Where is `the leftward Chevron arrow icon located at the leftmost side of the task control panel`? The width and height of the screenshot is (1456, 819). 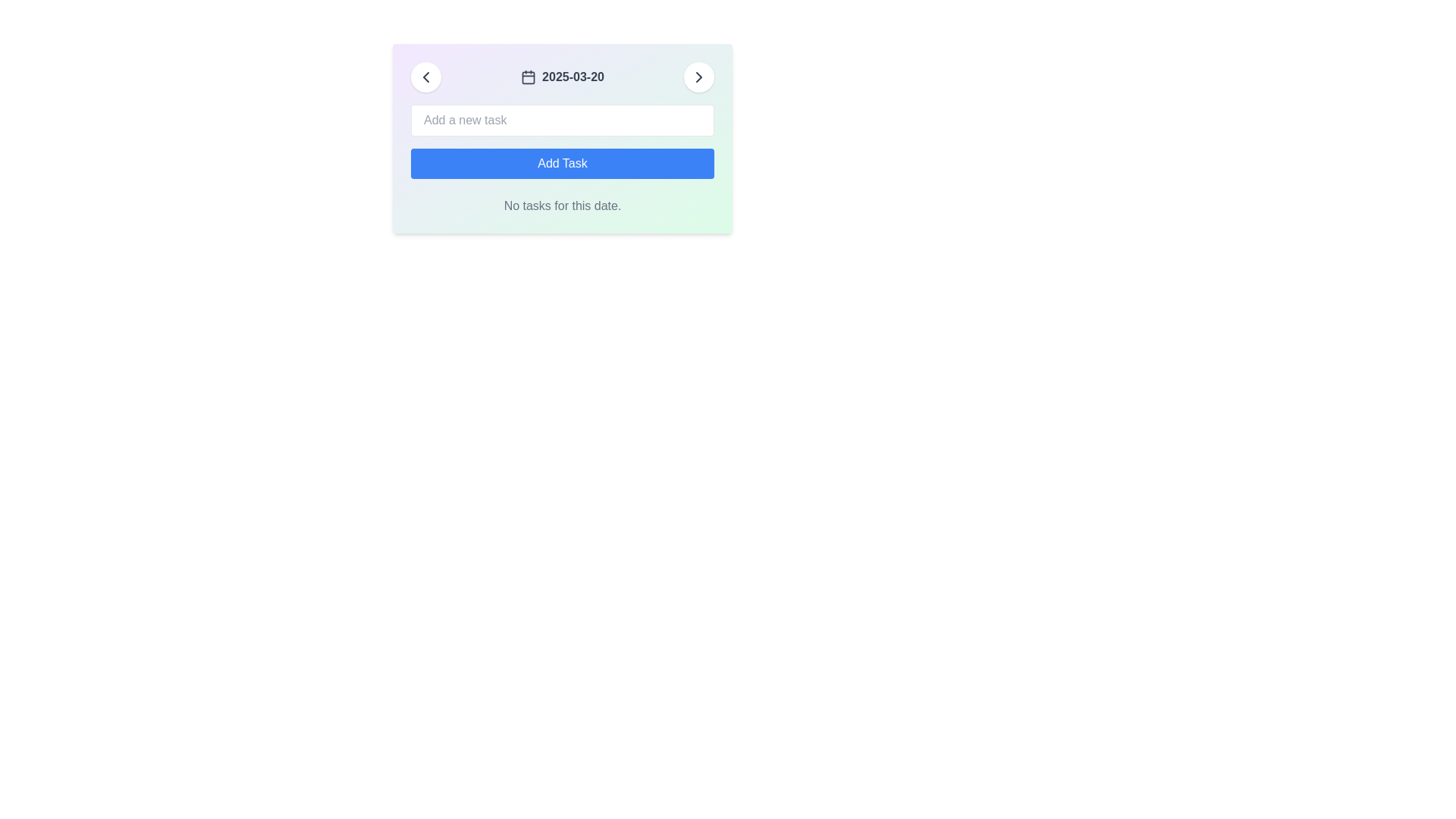 the leftward Chevron arrow icon located at the leftmost side of the task control panel is located at coordinates (425, 77).